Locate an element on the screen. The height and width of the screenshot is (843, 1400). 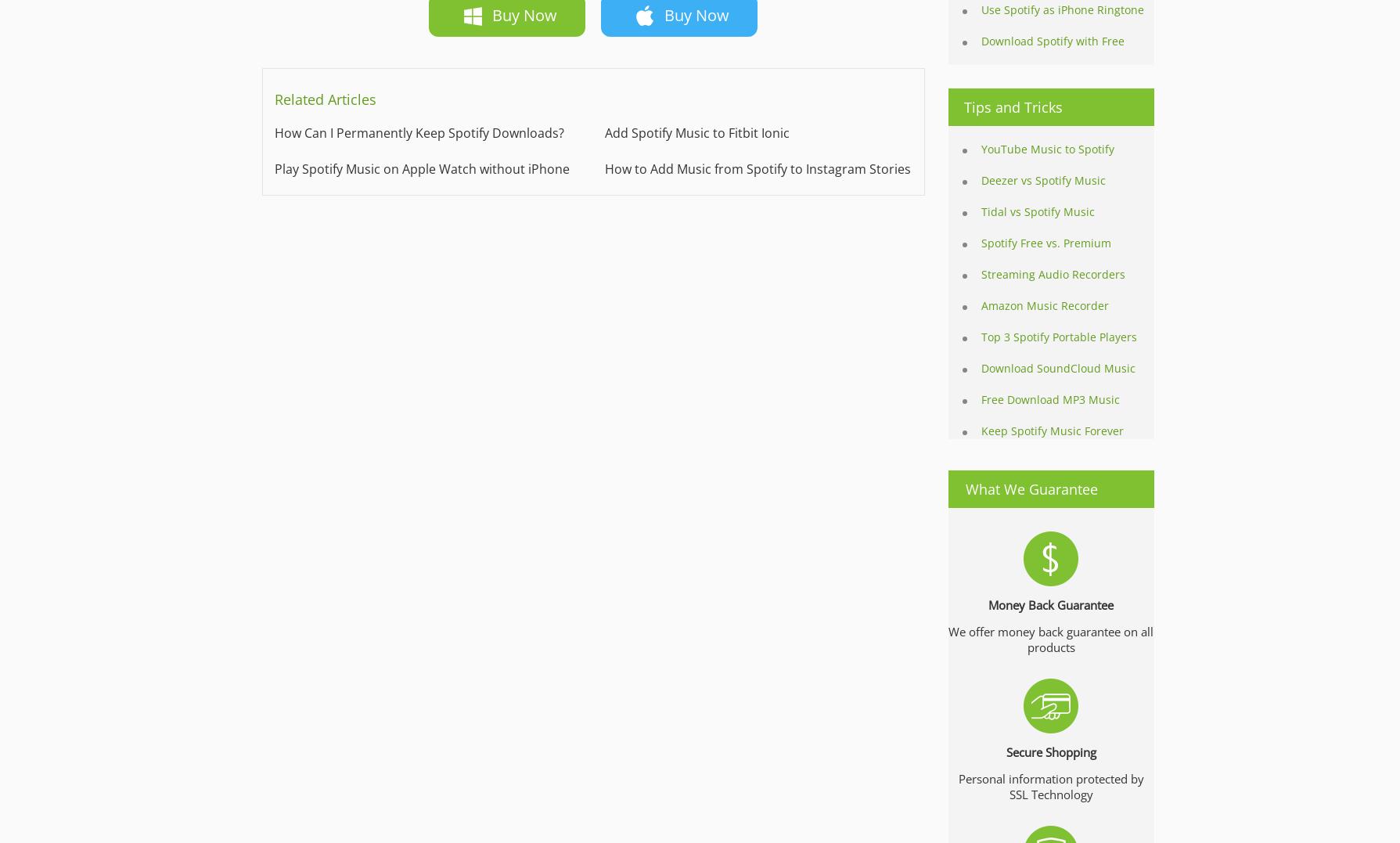
'Money Back Guarantee' is located at coordinates (1051, 603).